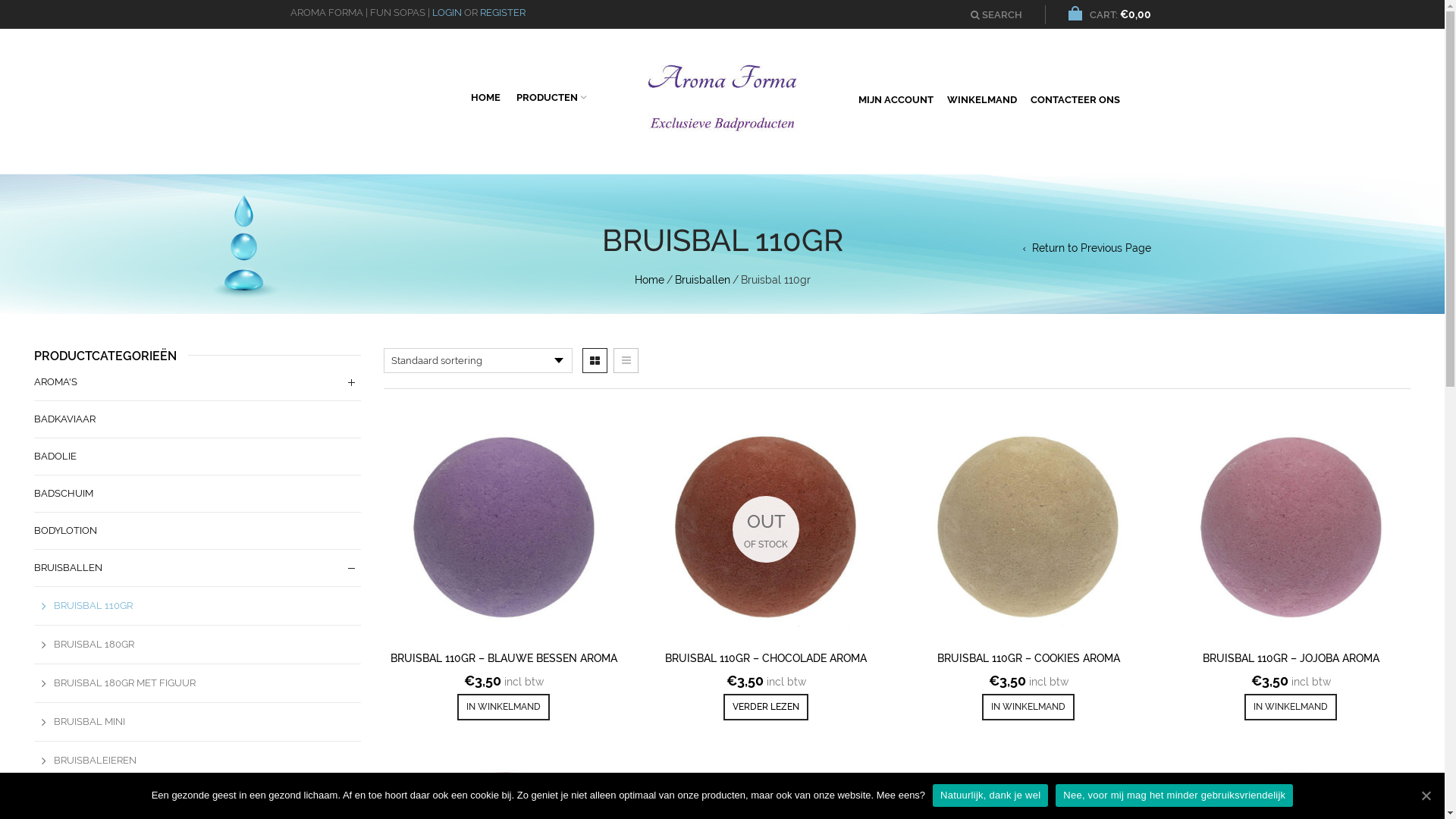 This screenshot has height=819, width=1456. Describe the element at coordinates (852, 97) in the screenshot. I see `'MIJN ACCOUNT'` at that location.